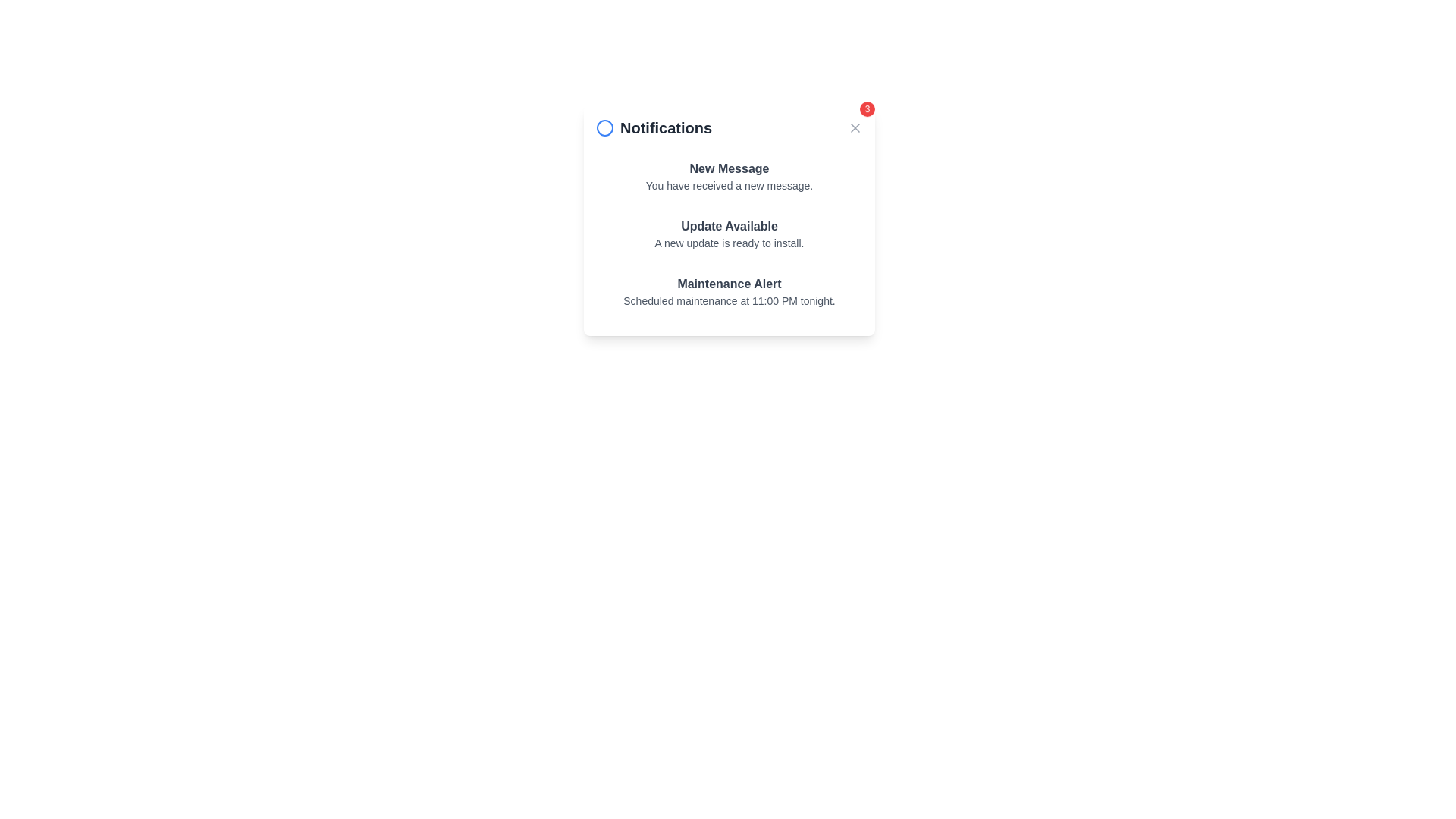 Image resolution: width=1456 pixels, height=819 pixels. I want to click on notification count displayed on the small circular red badge with the number '3' in white text, located at the top-right corner of the notification panel, so click(867, 110).